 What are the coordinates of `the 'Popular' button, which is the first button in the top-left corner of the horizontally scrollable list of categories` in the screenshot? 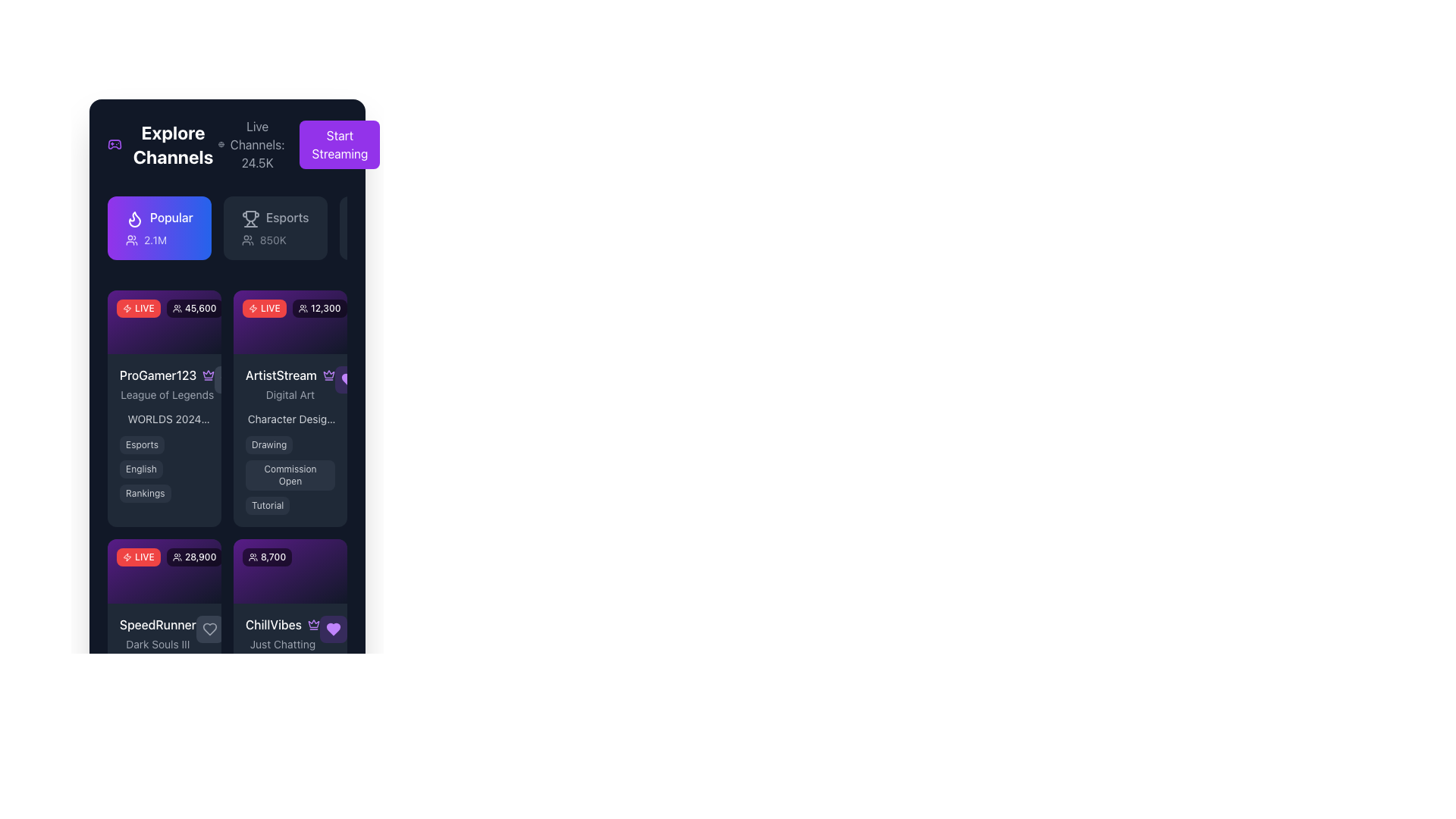 It's located at (159, 227).